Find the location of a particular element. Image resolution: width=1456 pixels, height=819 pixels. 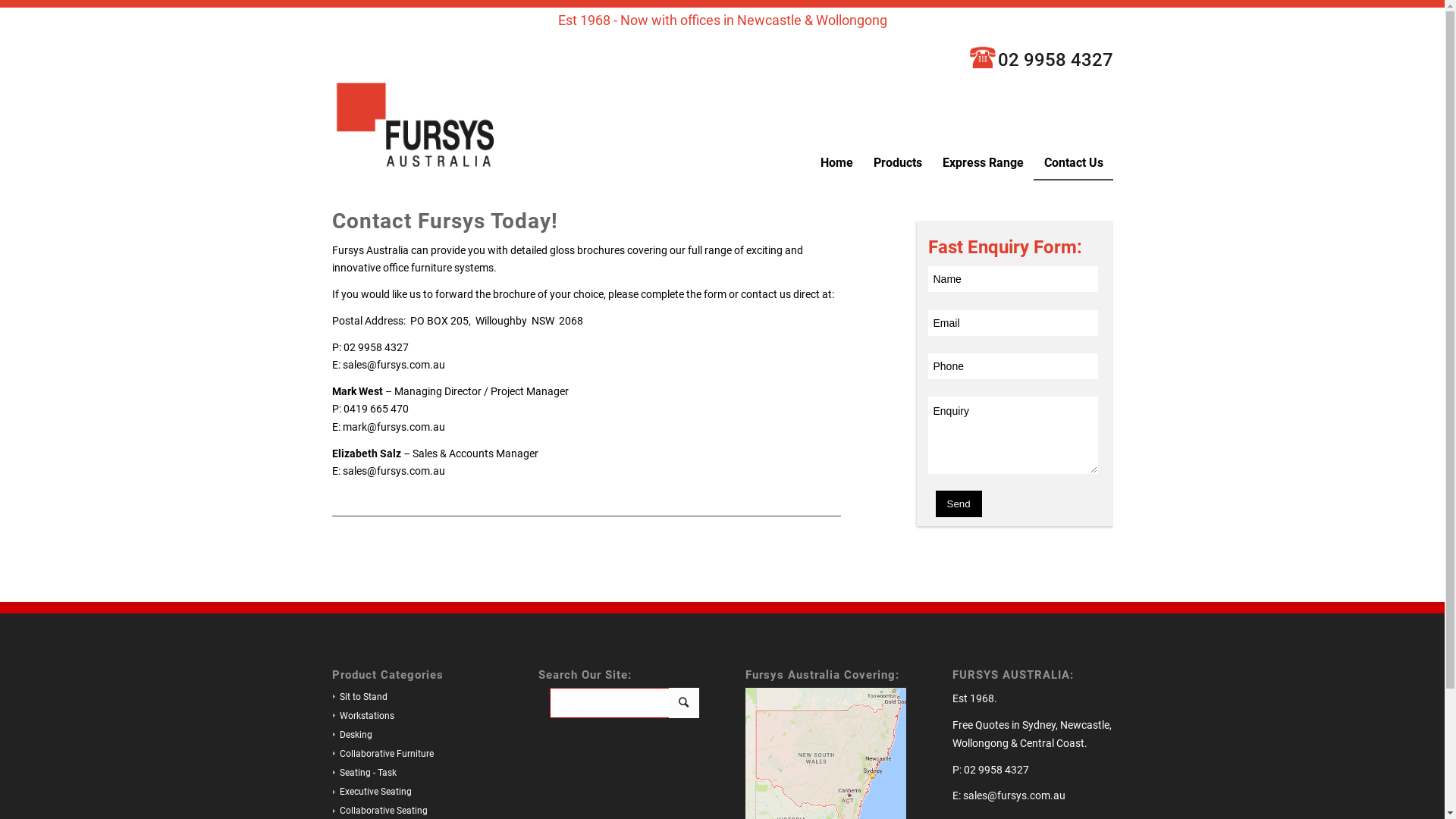

'Collaborative Seating' is located at coordinates (379, 809).